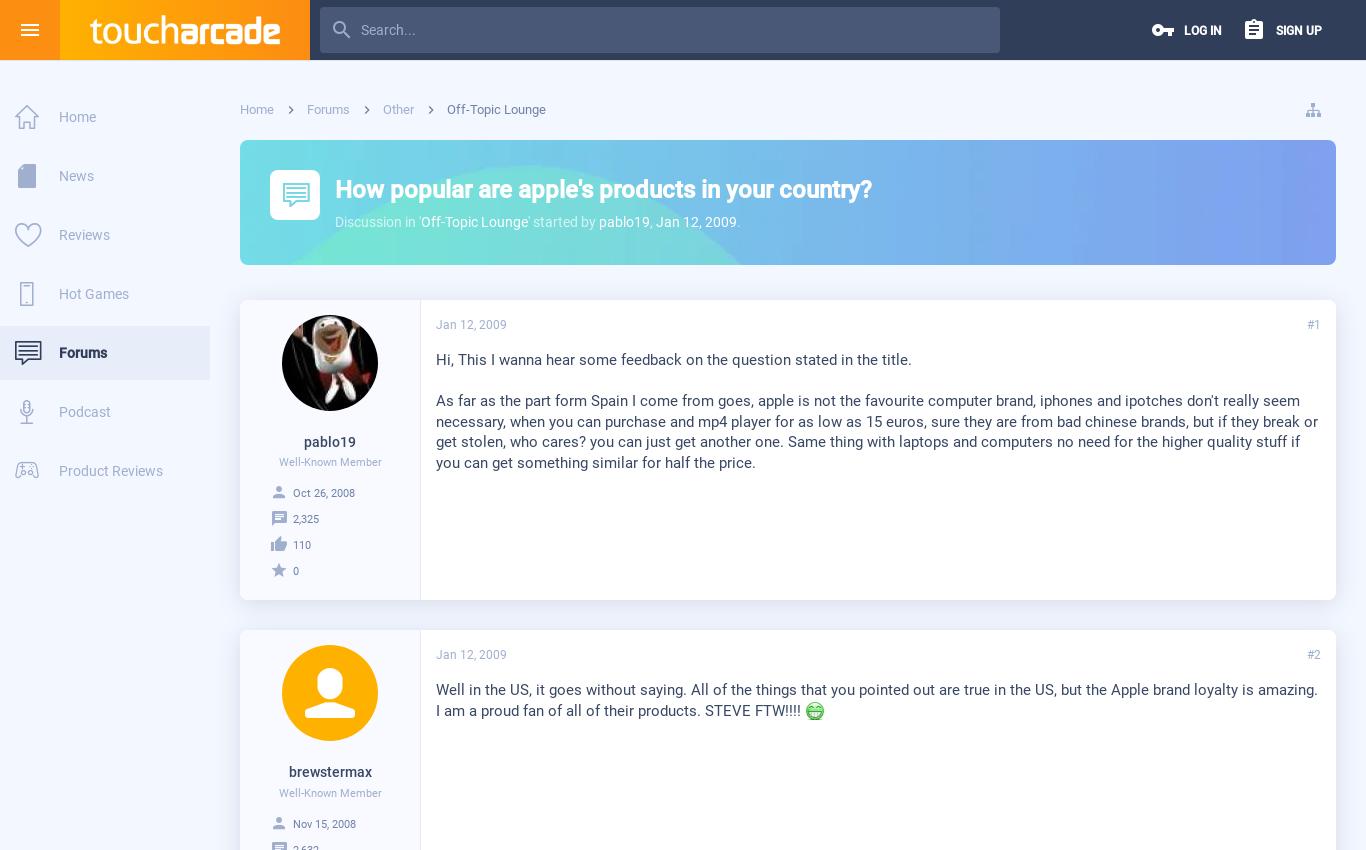 The image size is (1366, 850). What do you see at coordinates (474, 221) in the screenshot?
I see `'Off-Topic Lounge'` at bounding box center [474, 221].